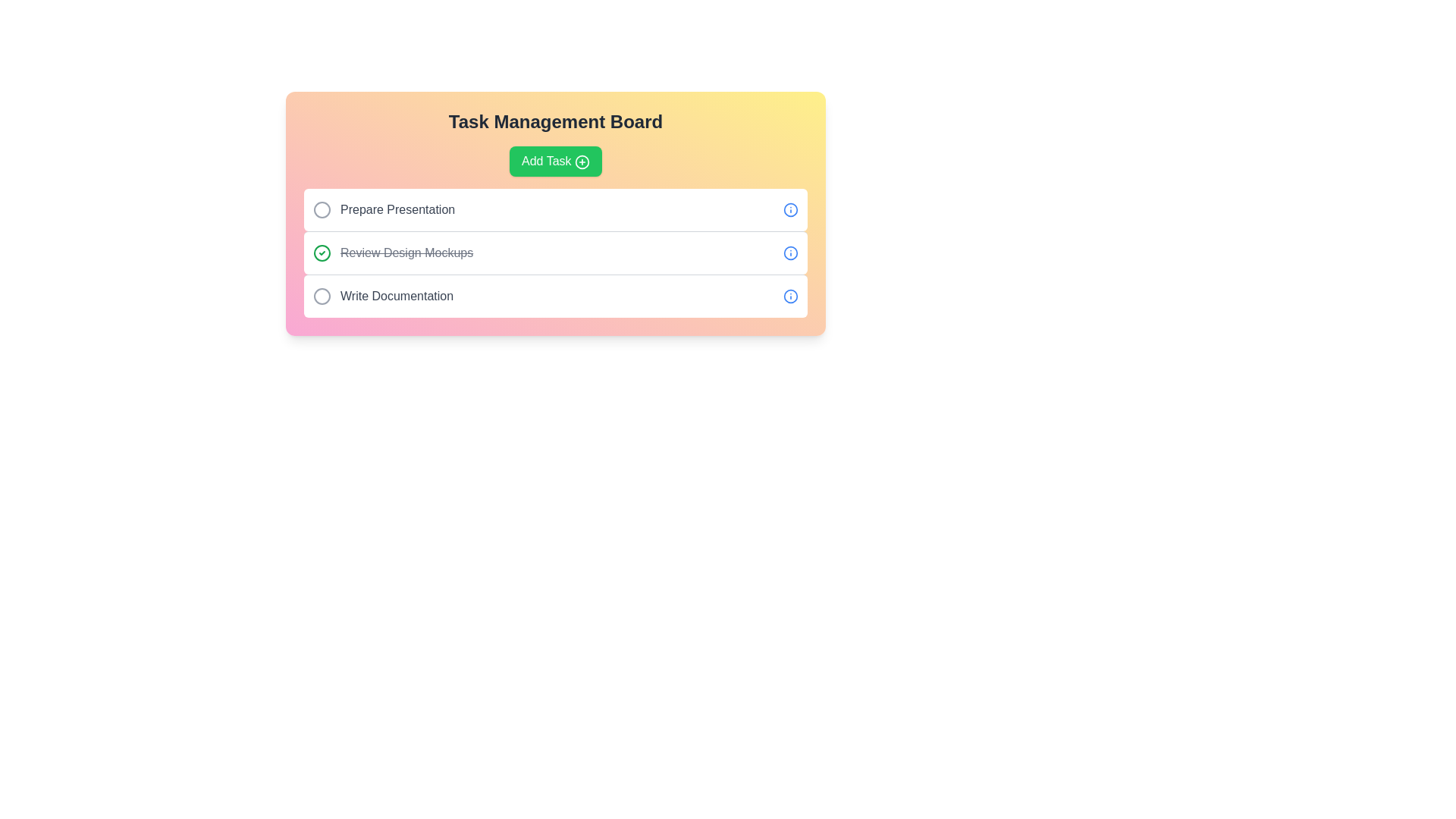 The image size is (1456, 819). What do you see at coordinates (789, 210) in the screenshot?
I see `the 'Info' icon next to the task 'Prepare Presentation' to view its details` at bounding box center [789, 210].